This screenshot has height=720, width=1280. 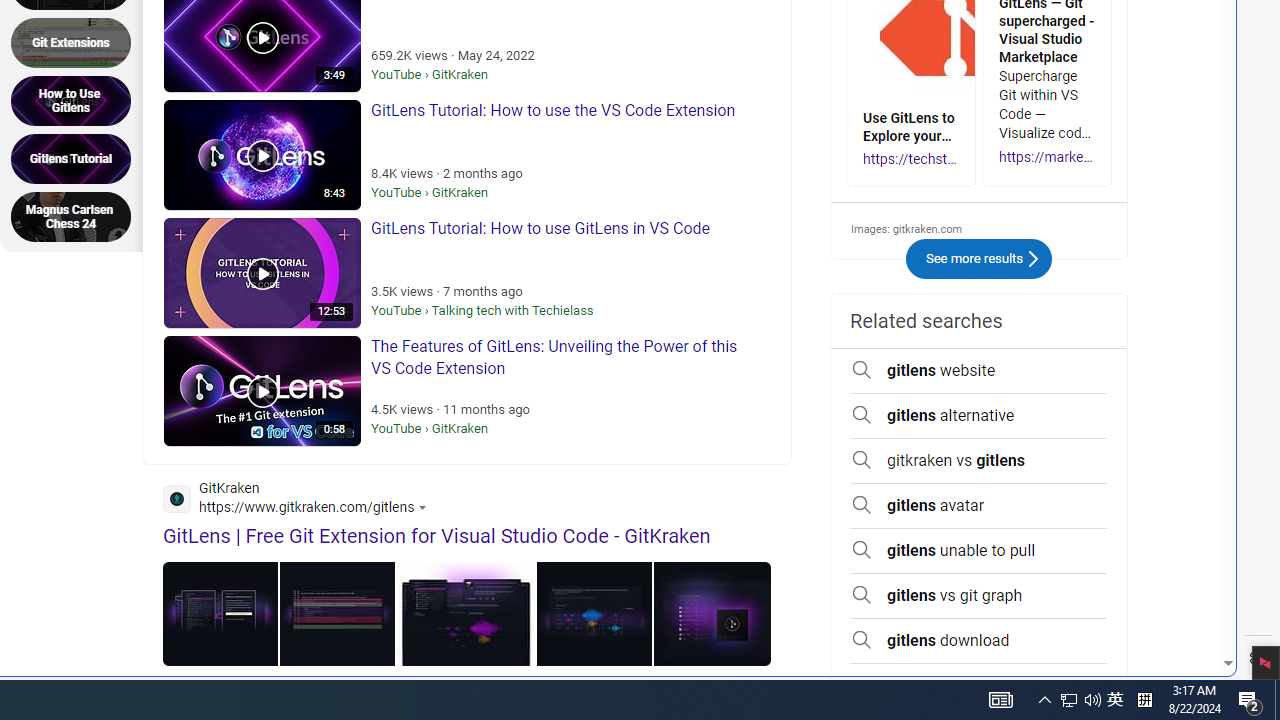 What do you see at coordinates (979, 594) in the screenshot?
I see `'gitlens vs git graph'` at bounding box center [979, 594].